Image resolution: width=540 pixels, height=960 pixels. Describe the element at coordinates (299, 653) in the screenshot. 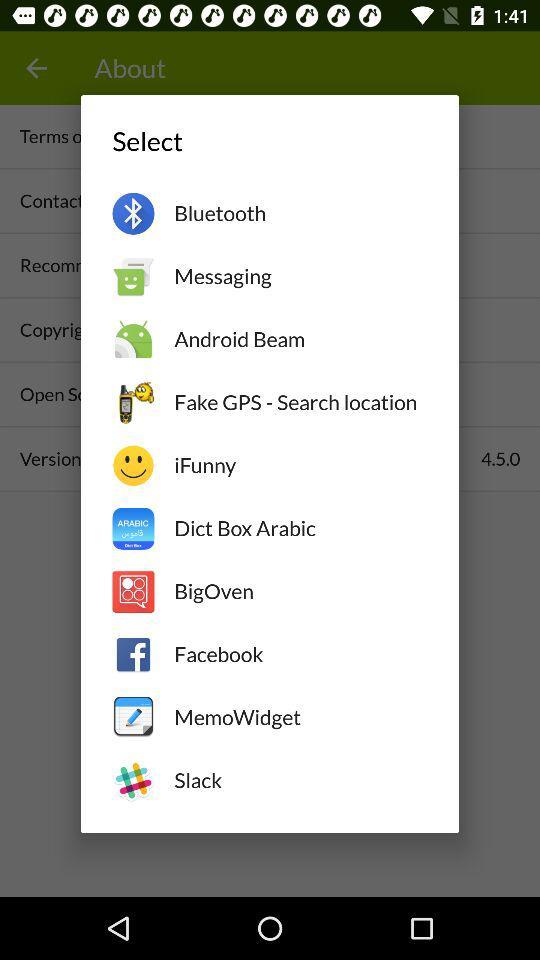

I see `facebook item` at that location.